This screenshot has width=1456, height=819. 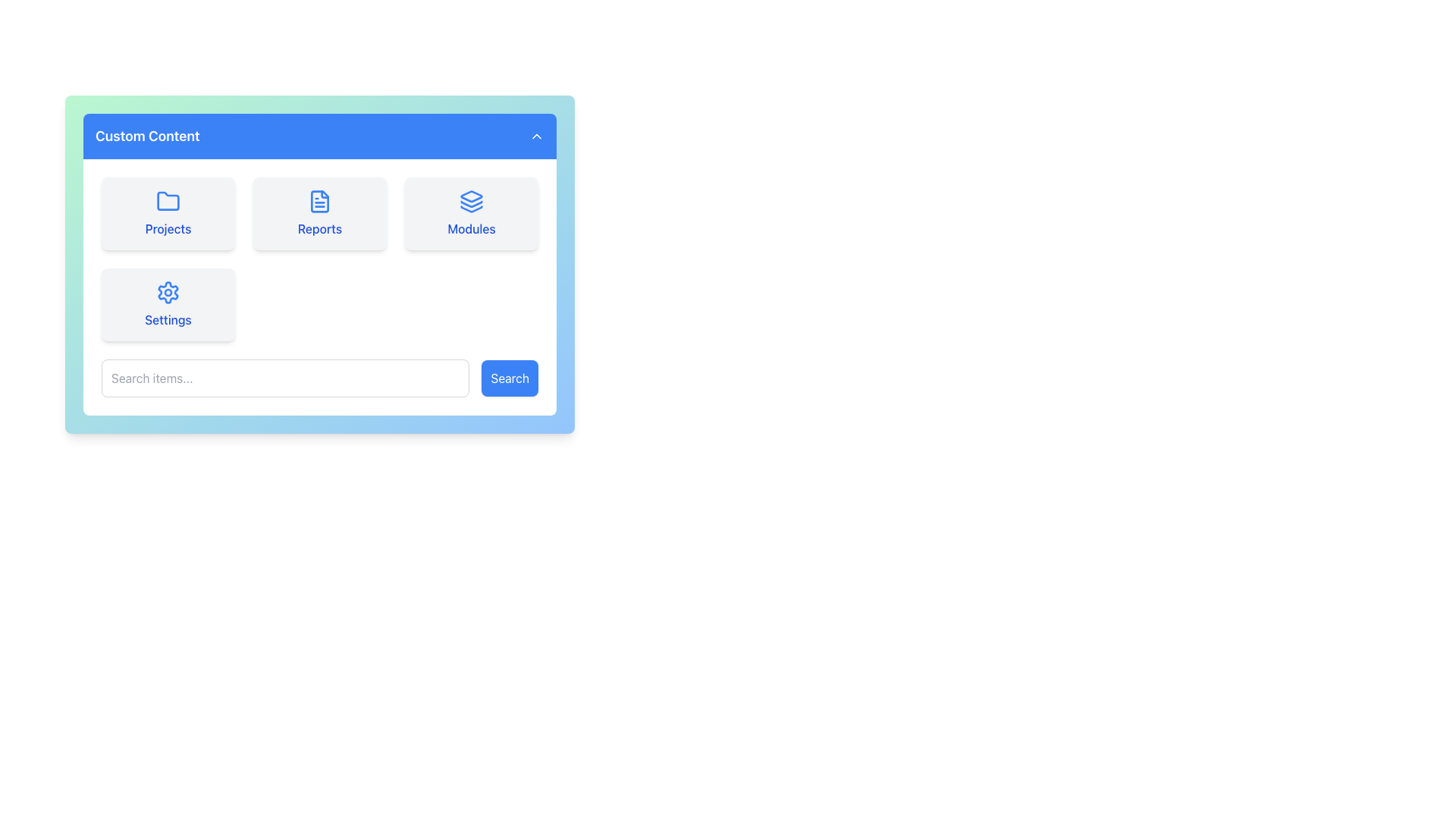 I want to click on the 'Projects' text label, which is styled in blue and located within a rectangular box below the folder icon, so click(x=168, y=228).